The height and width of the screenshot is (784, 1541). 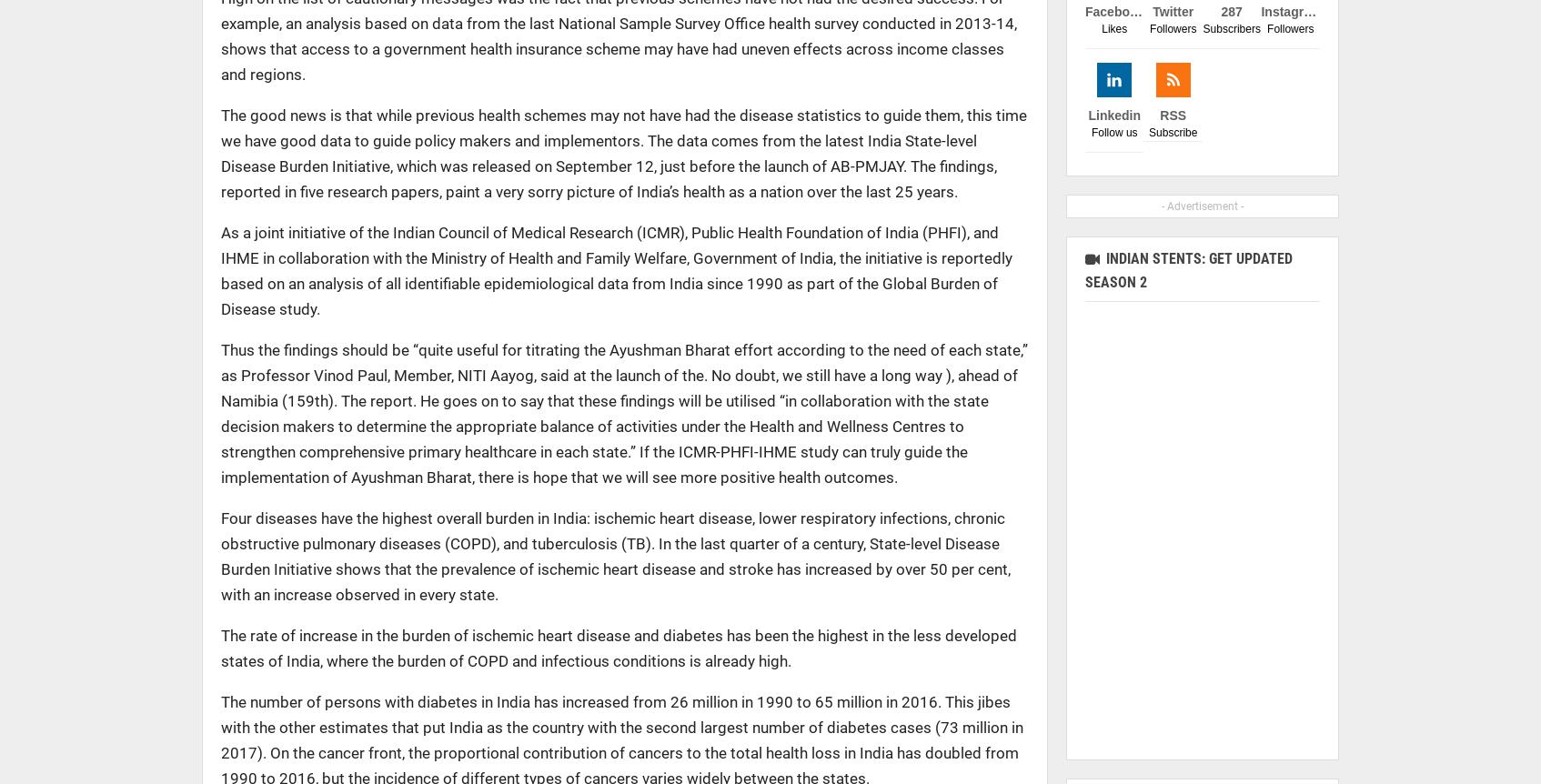 I want to click on 'Four diseases have the highest overall burden in India: ischemic heart disease, lower respiratory infections, chronic obstructive pulmonary diseases (COPD), and tuberculosis (TB). In the last quarter of a century, State-level Disease Burden Initiative shows that the prevalence of ischemic heart disease and stroke has increased by over 50 per cent, with an increase observed in every state.', so click(x=615, y=557).